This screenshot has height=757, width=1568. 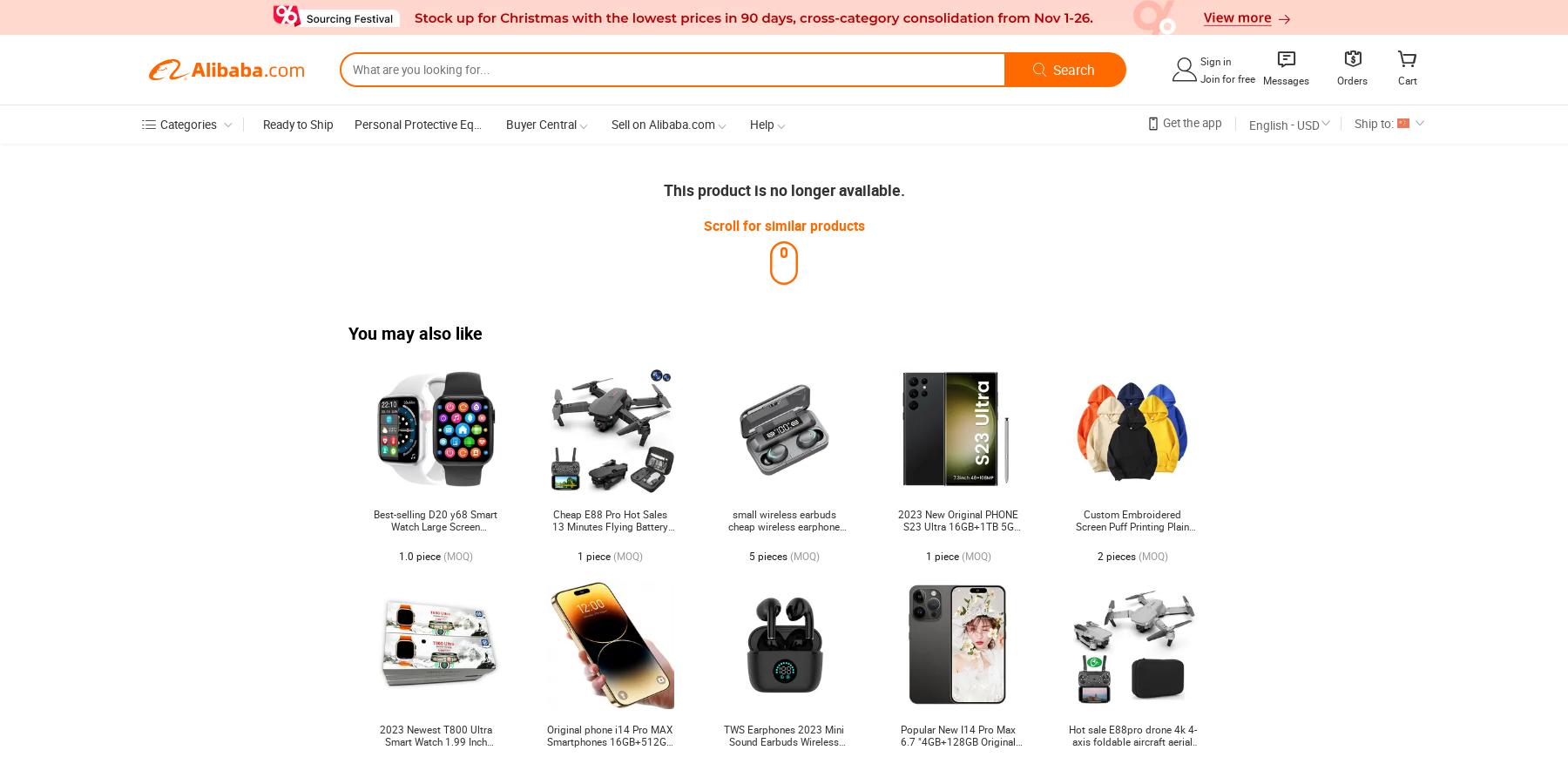 What do you see at coordinates (1200, 60) in the screenshot?
I see `'Sign in'` at bounding box center [1200, 60].